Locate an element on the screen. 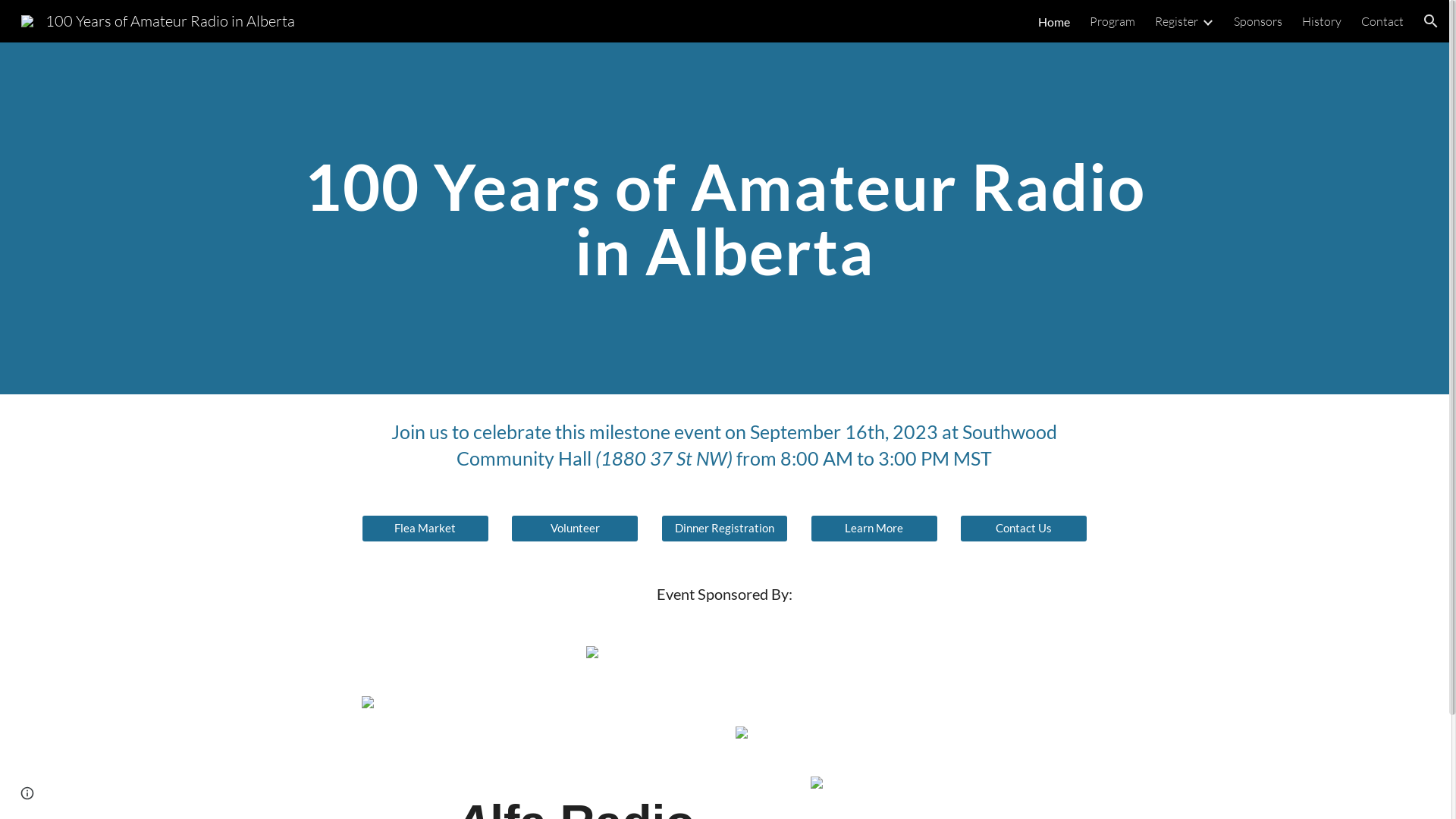  'Register' is located at coordinates (1175, 20).